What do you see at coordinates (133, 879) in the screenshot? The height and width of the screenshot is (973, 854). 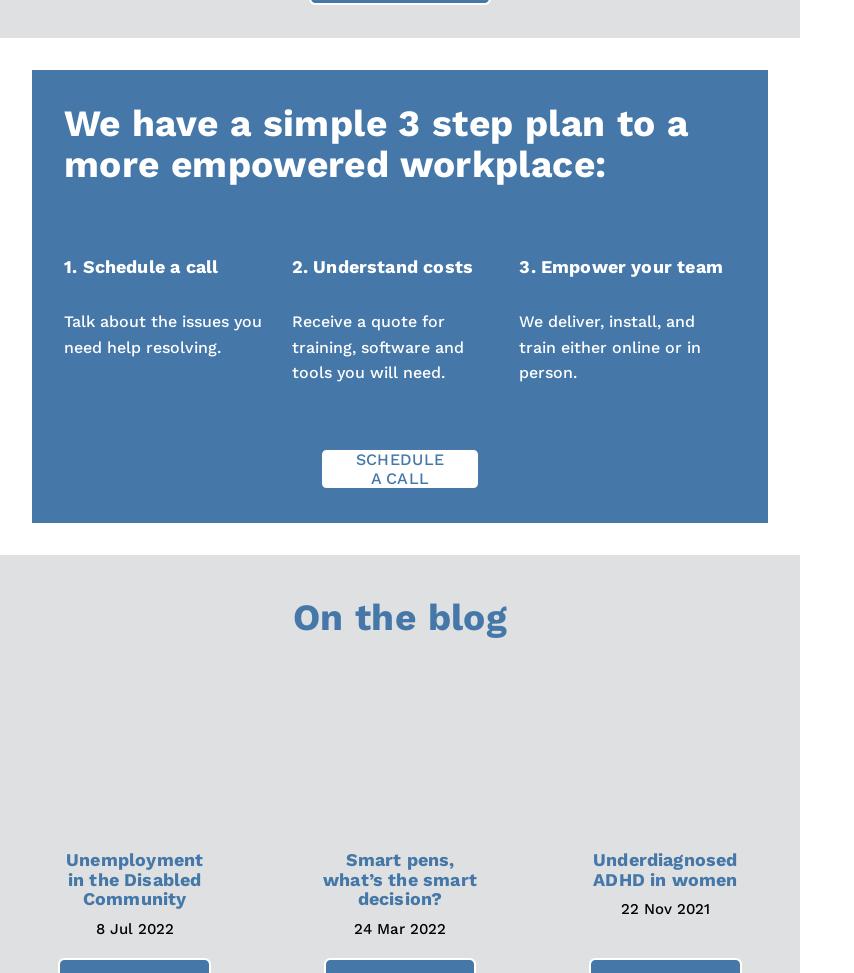 I see `'Unemployment in the Disabled Community'` at bounding box center [133, 879].